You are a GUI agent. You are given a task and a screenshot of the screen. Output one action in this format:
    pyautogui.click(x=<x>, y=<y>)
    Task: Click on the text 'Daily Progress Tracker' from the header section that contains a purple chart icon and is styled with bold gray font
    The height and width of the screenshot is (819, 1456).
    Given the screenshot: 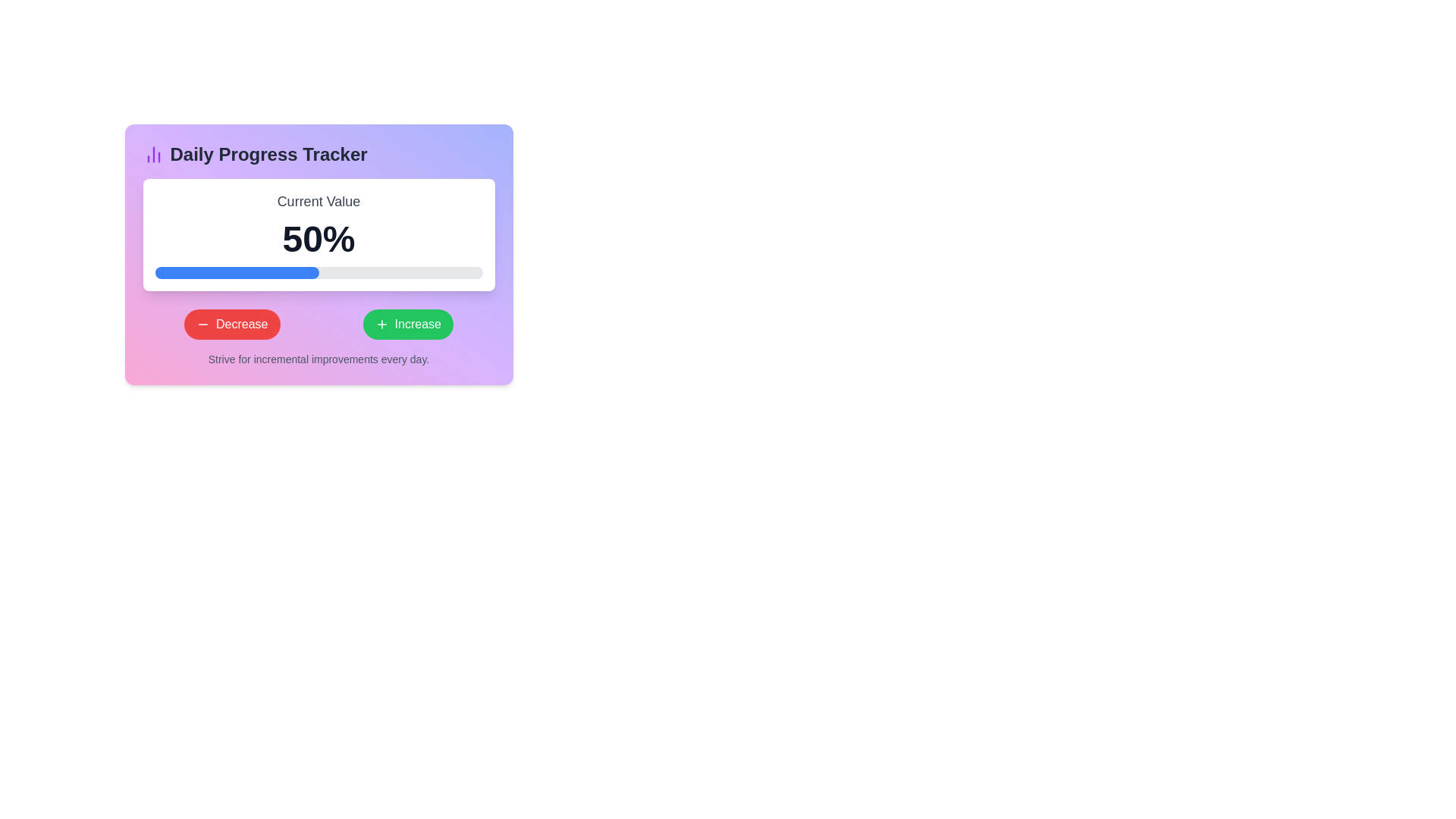 What is the action you would take?
    pyautogui.click(x=318, y=155)
    